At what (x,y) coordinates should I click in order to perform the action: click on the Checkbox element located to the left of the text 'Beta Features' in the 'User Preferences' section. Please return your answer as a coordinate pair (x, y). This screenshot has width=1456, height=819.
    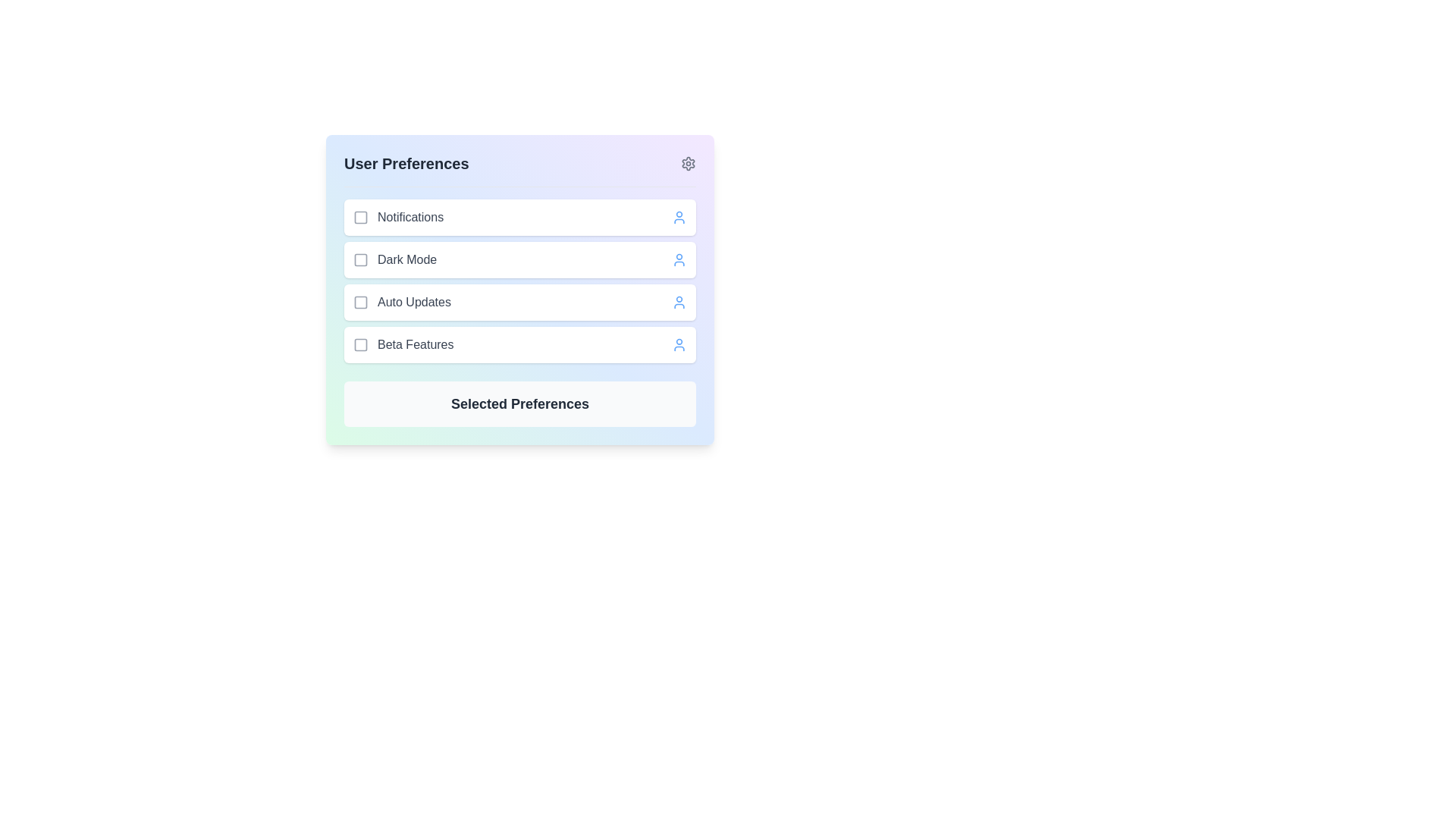
    Looking at the image, I should click on (359, 345).